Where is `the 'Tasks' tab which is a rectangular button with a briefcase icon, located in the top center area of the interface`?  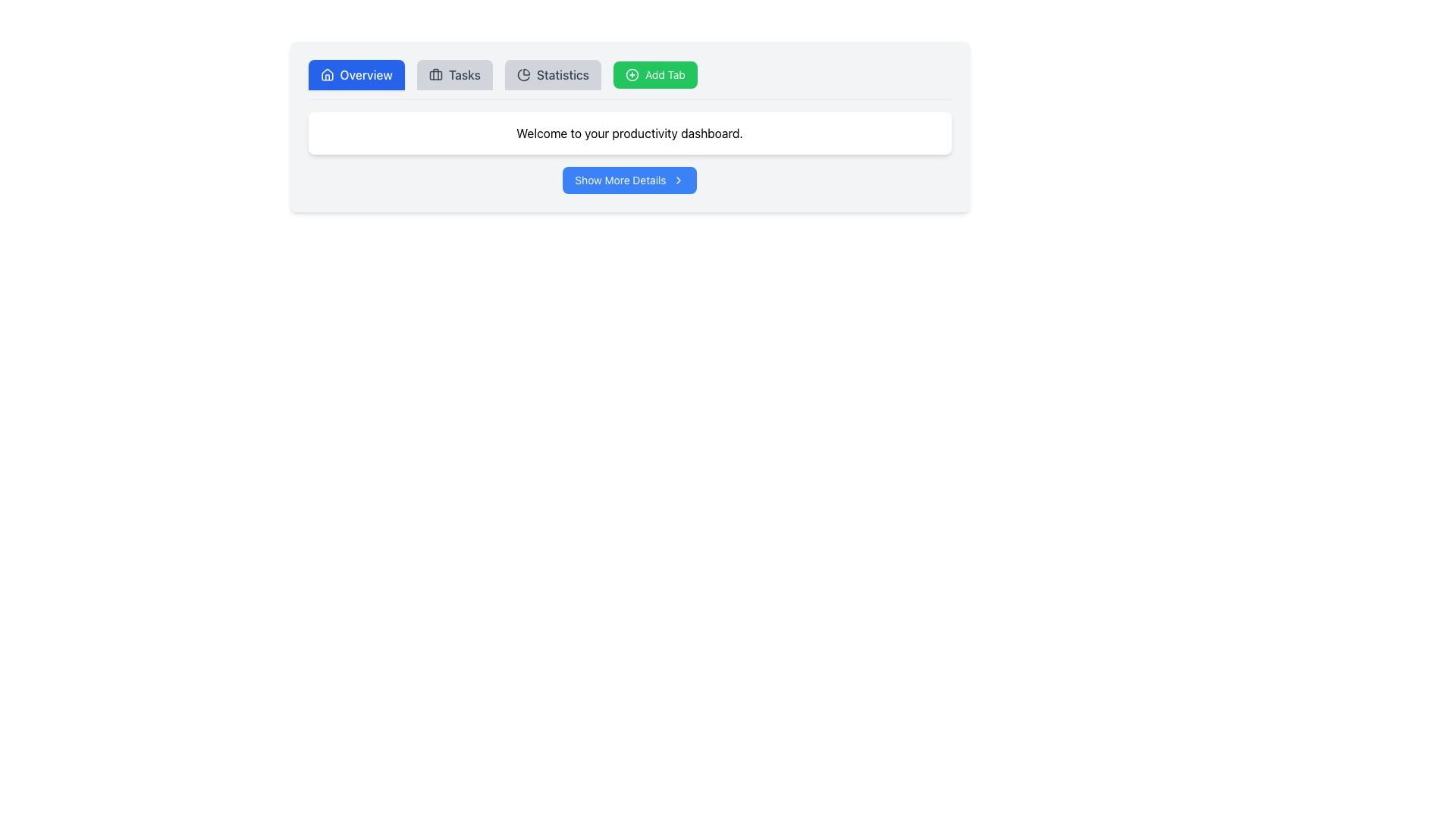 the 'Tasks' tab which is a rectangular button with a briefcase icon, located in the top center area of the interface is located at coordinates (453, 75).